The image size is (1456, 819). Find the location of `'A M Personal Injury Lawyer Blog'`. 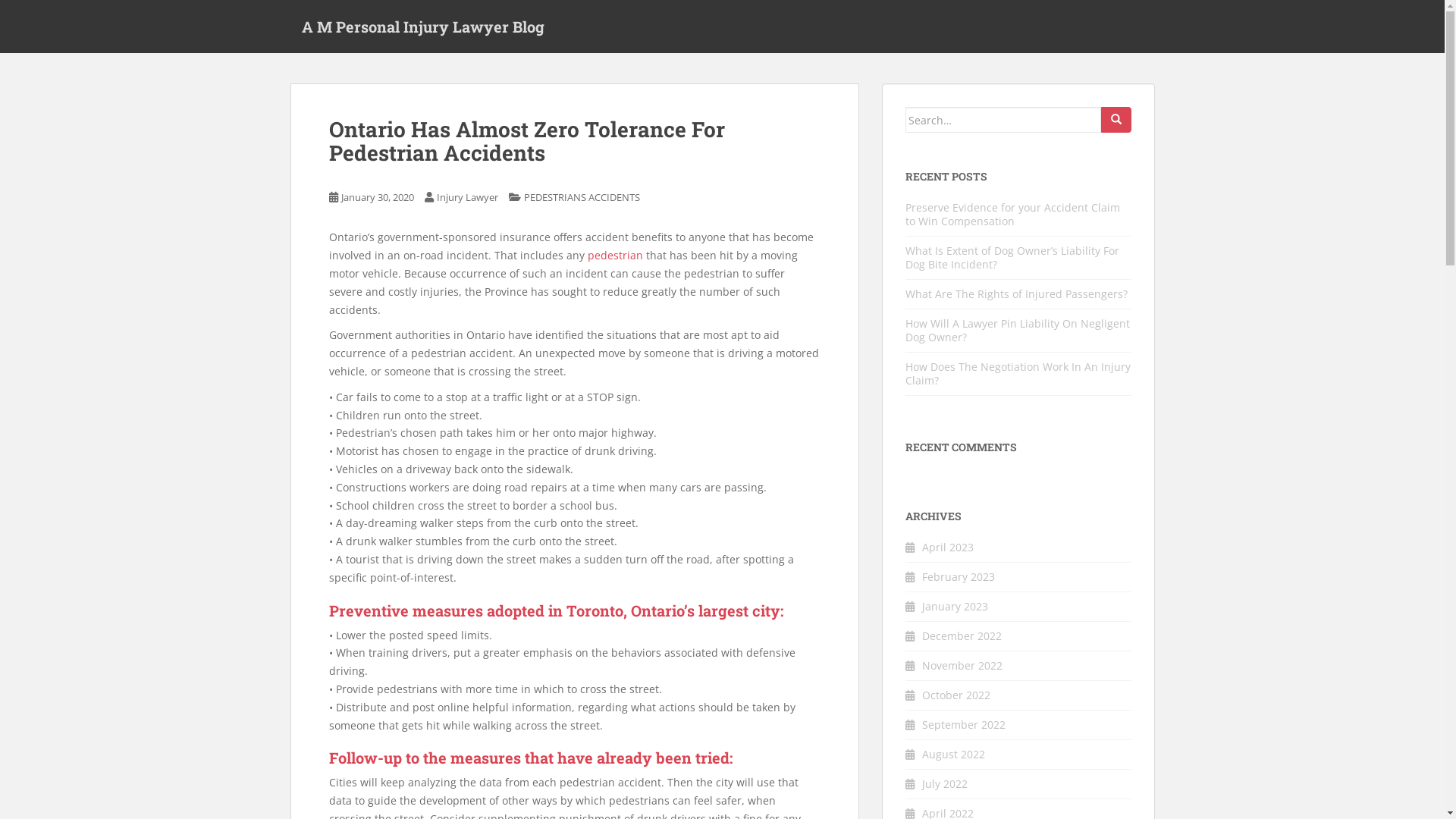

'A M Personal Injury Lawyer Blog' is located at coordinates (422, 26).